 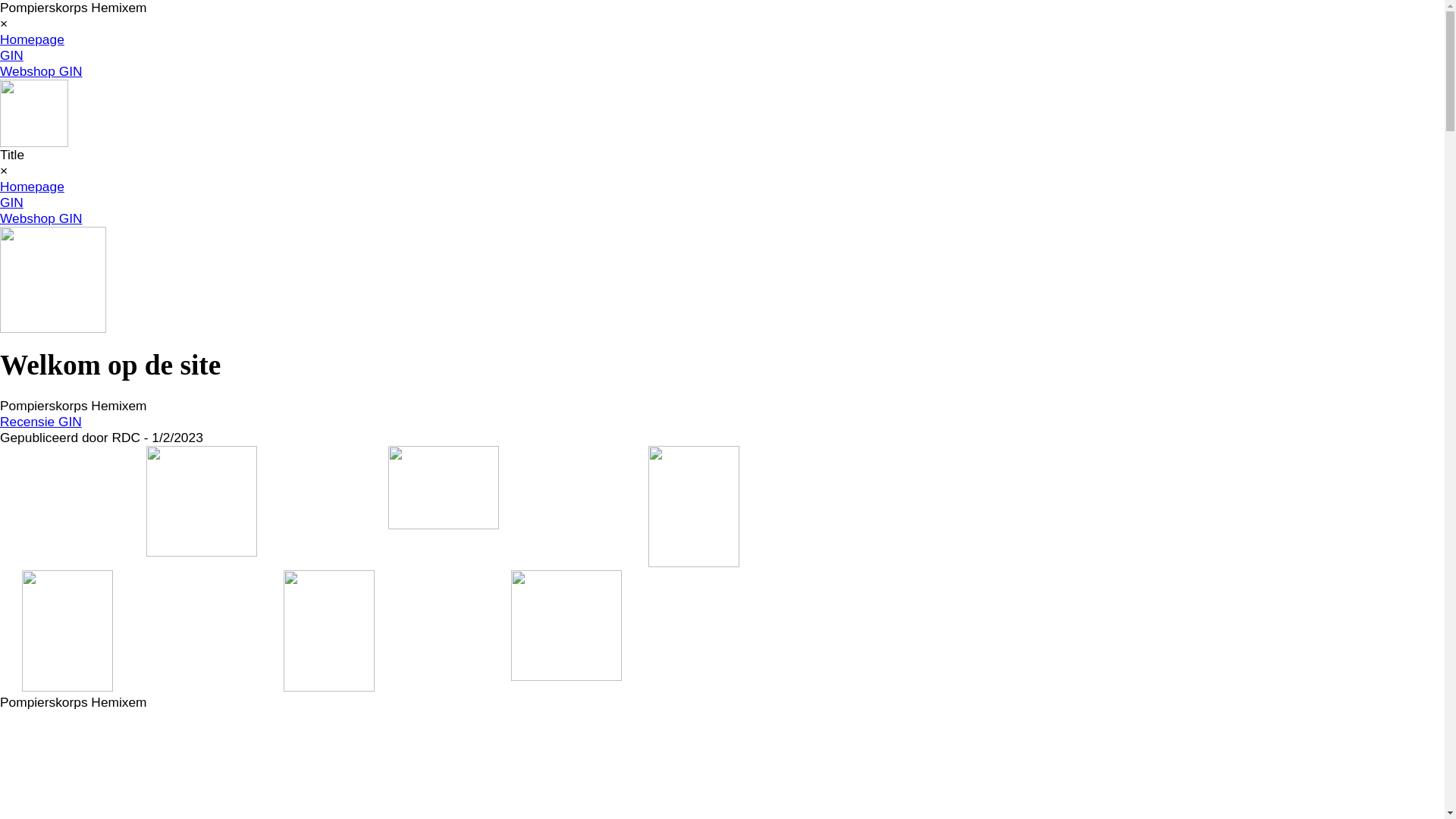 What do you see at coordinates (32, 186) in the screenshot?
I see `'Homepage'` at bounding box center [32, 186].